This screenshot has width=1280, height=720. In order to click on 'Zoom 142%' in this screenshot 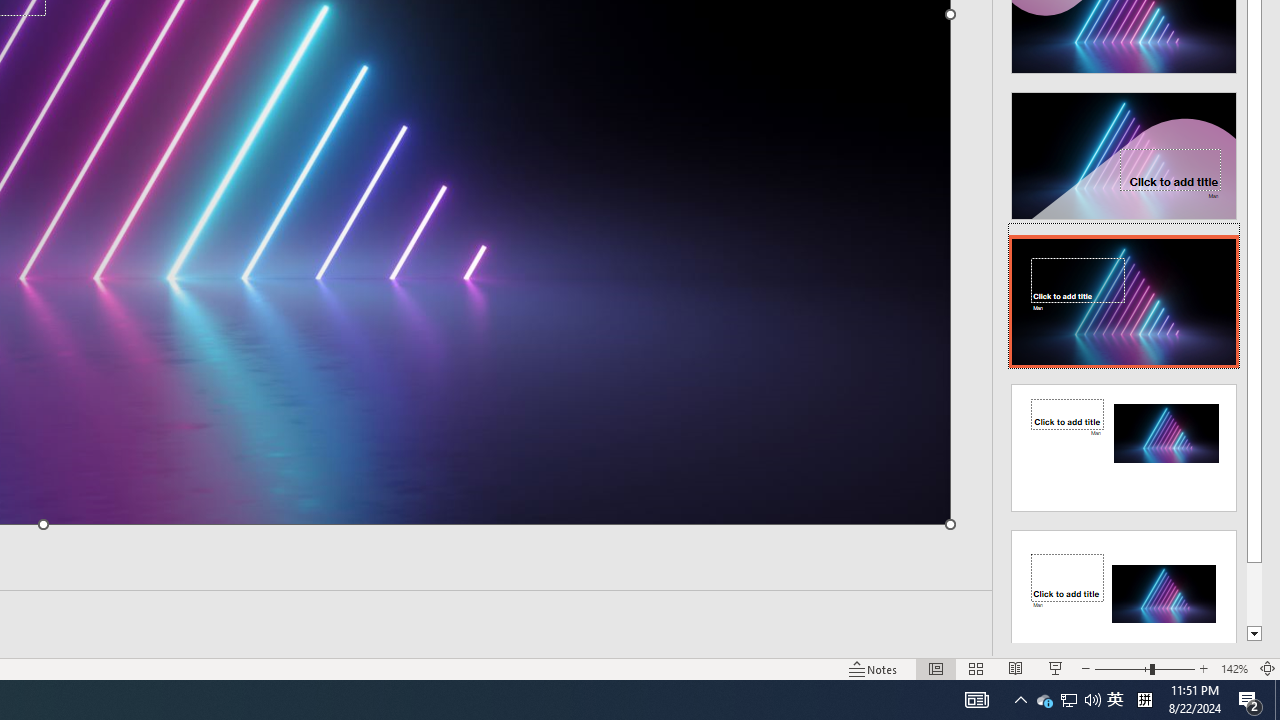, I will do `click(1233, 669)`.